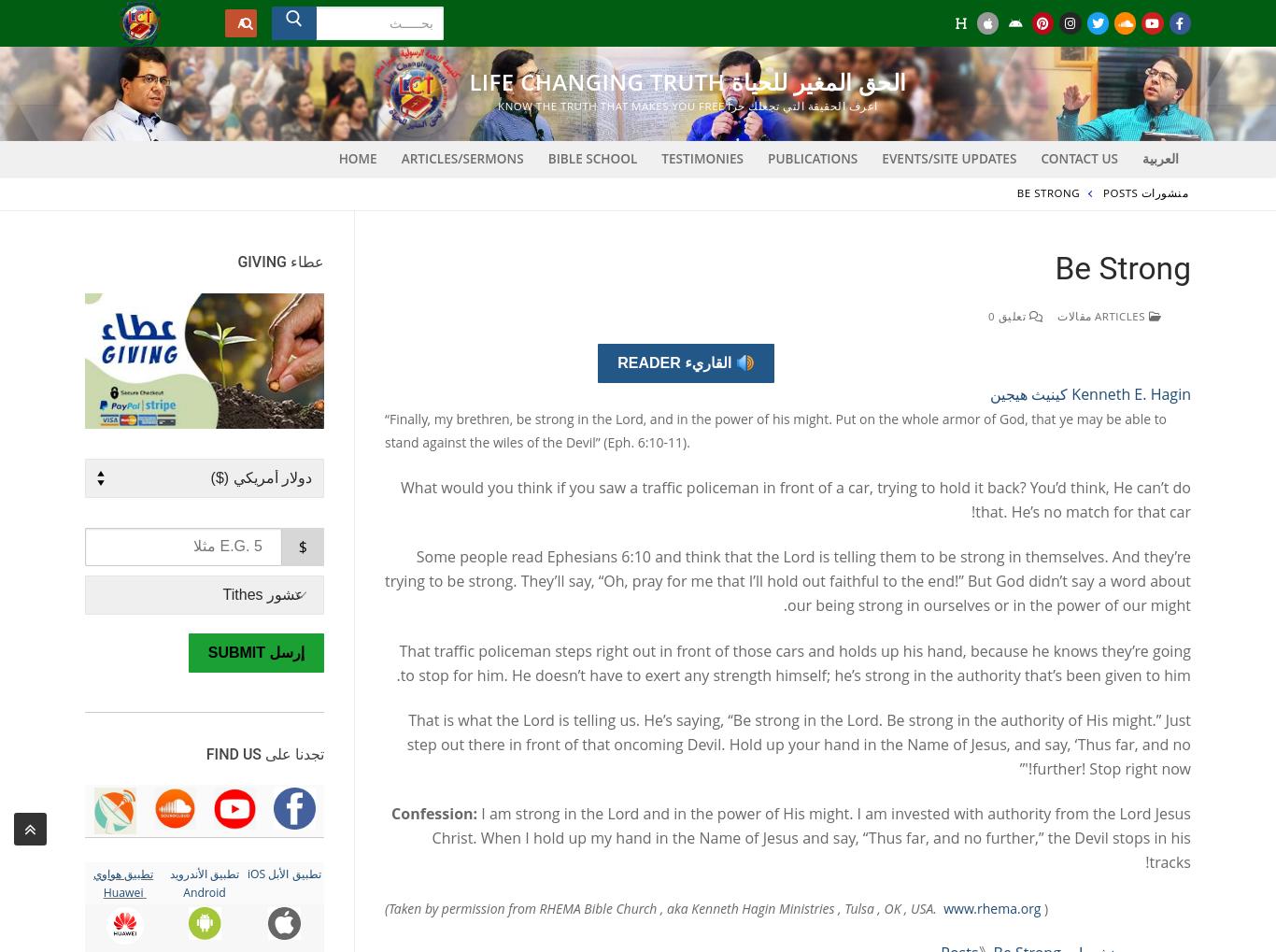  Describe the element at coordinates (688, 81) in the screenshot. I see `'الحق المغير للحياة Life Changing Truth'` at that location.